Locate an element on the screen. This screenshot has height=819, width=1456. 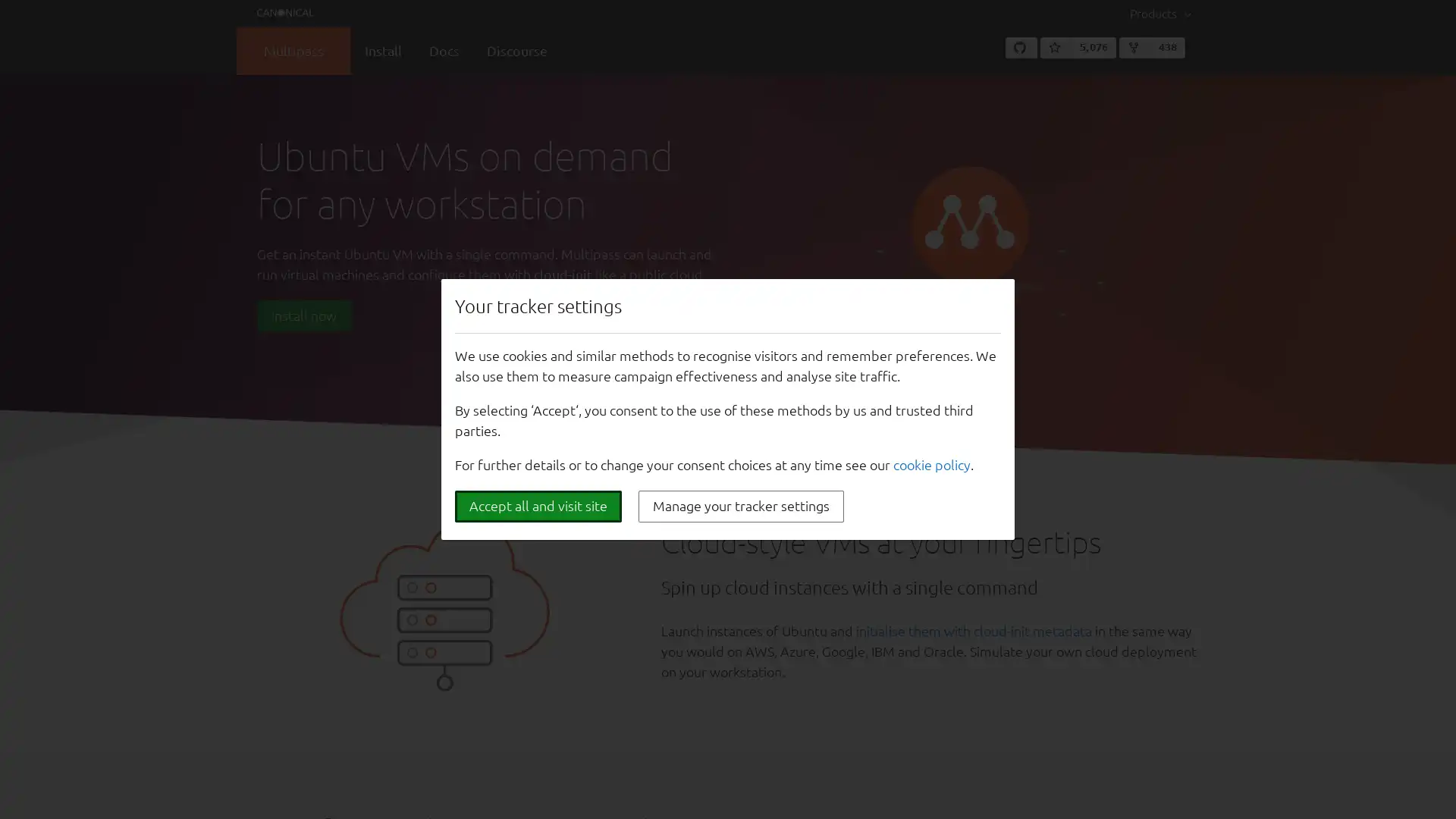
Manage your tracker settings is located at coordinates (741, 506).